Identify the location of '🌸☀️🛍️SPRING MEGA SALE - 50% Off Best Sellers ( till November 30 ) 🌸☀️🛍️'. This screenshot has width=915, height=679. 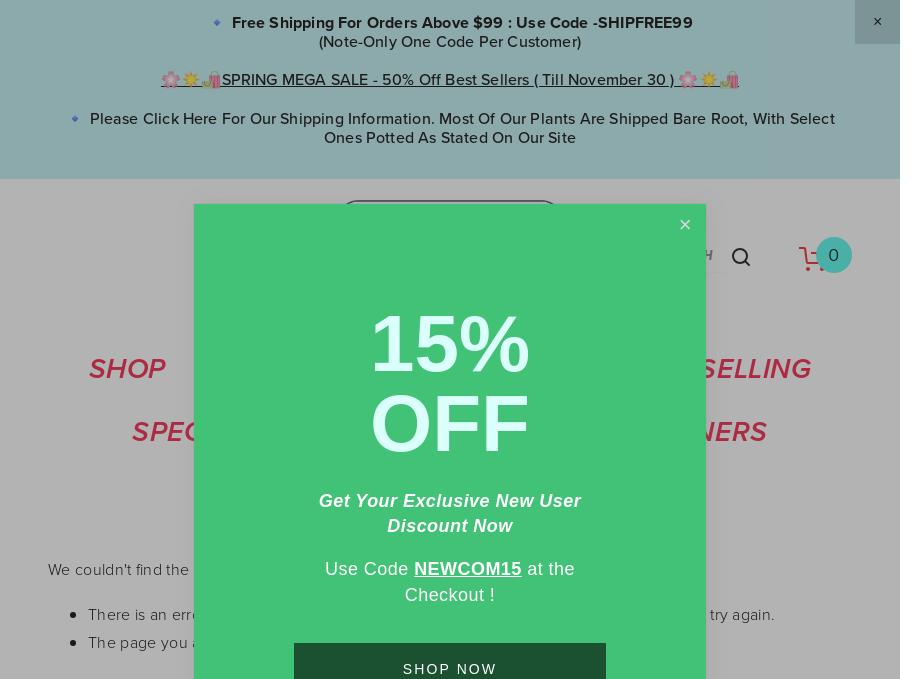
(449, 79).